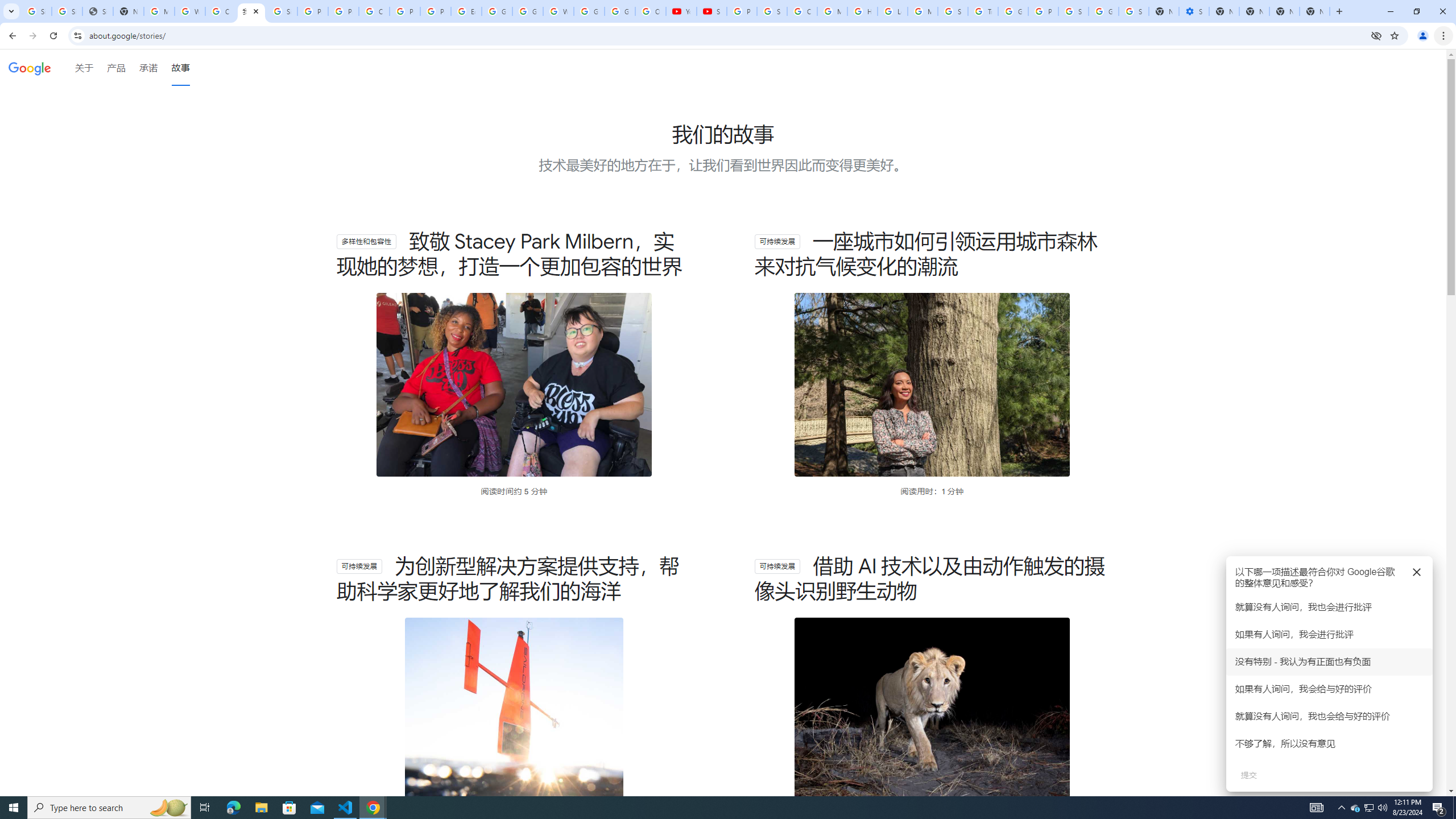 This screenshot has height=819, width=1456. What do you see at coordinates (30, 68) in the screenshot?
I see `'Google'` at bounding box center [30, 68].